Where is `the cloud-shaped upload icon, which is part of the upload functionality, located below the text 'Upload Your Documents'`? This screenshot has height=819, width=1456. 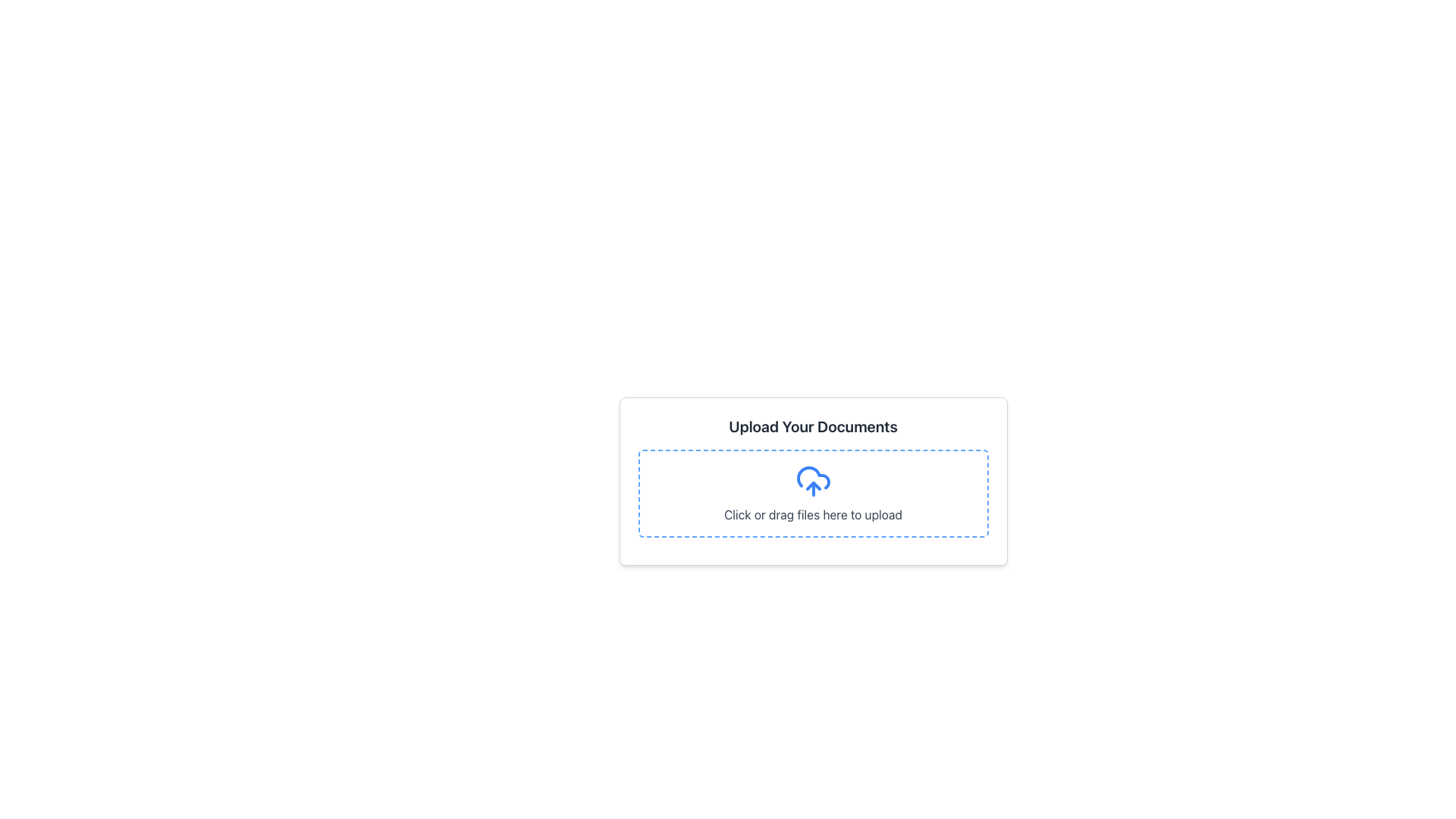
the cloud-shaped upload icon, which is part of the upload functionality, located below the text 'Upload Your Documents' is located at coordinates (812, 478).